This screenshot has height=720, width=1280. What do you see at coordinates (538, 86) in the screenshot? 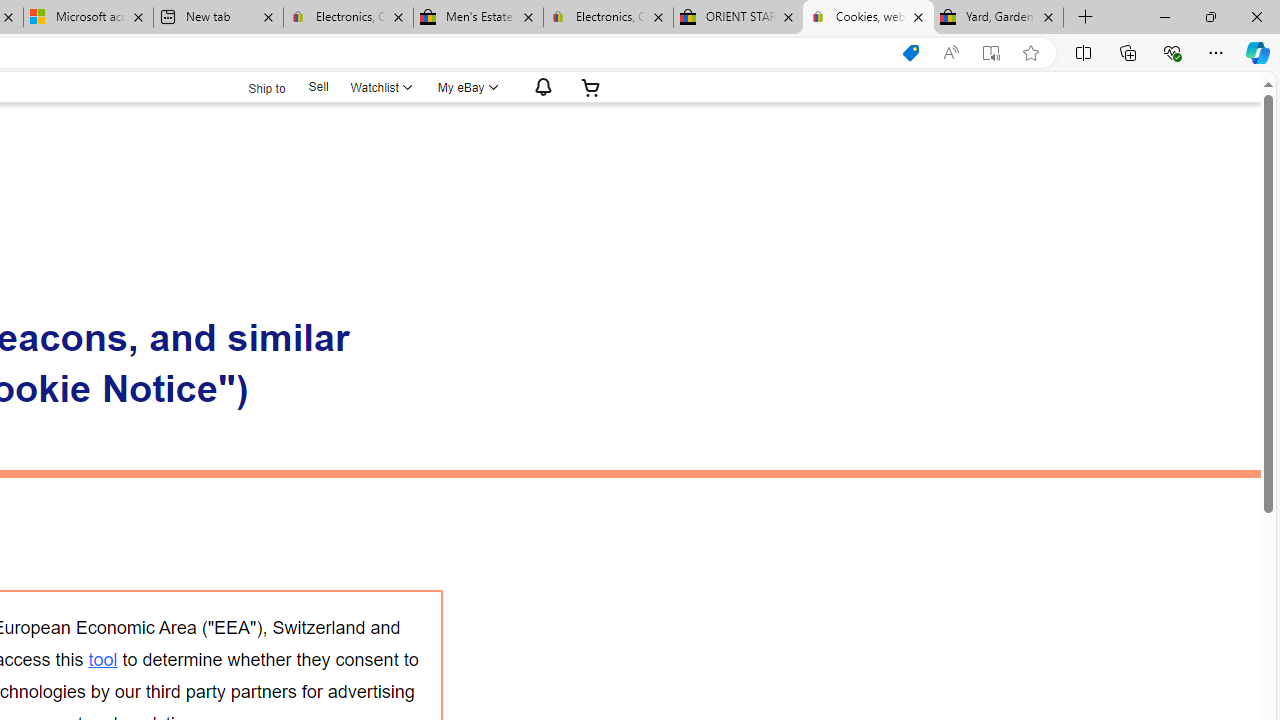
I see `'Notifications'` at bounding box center [538, 86].